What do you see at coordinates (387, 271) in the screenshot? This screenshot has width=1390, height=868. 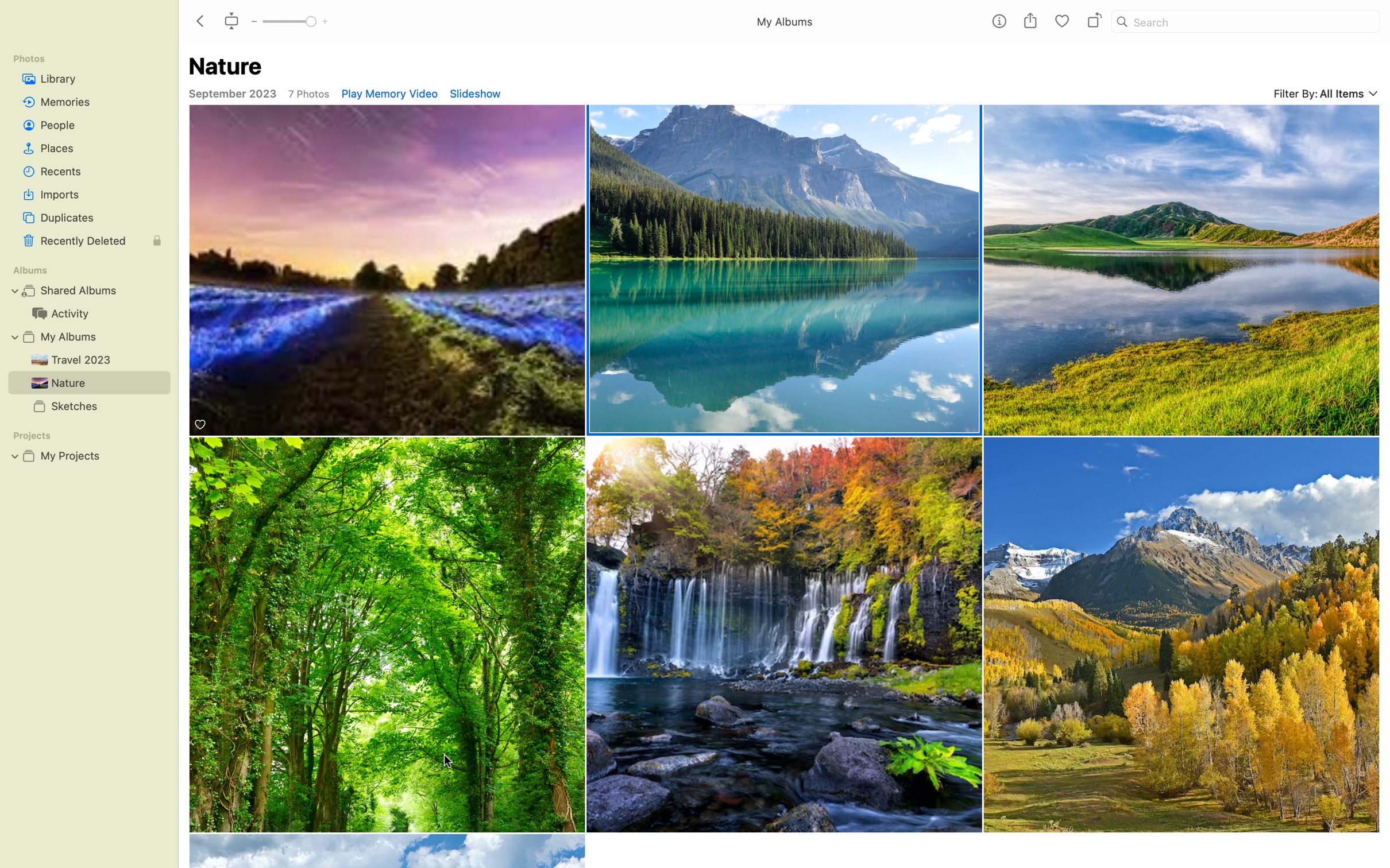 I see `Perform double-click action on the bioluminescence image` at bounding box center [387, 271].